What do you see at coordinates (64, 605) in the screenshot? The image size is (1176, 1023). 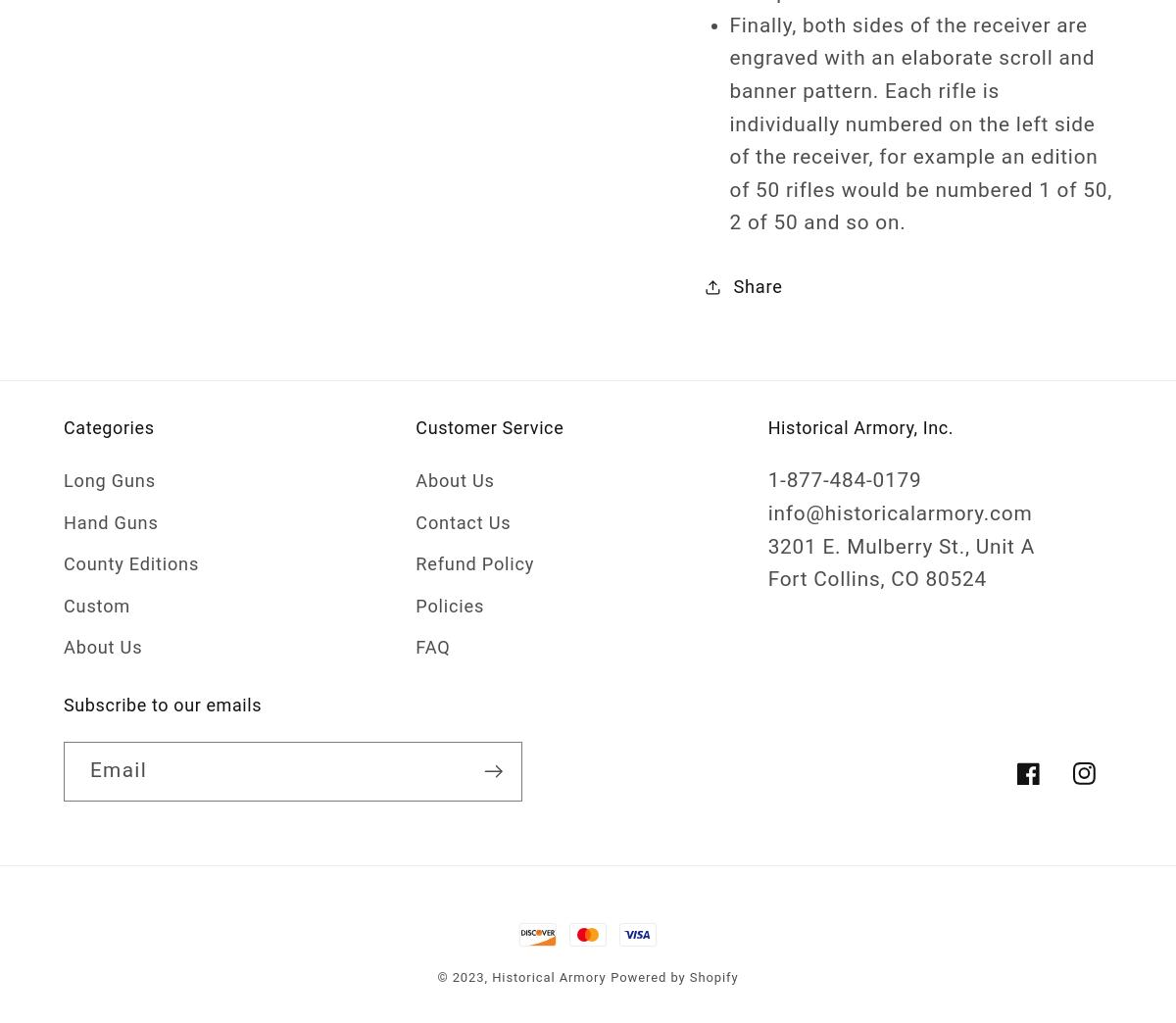 I see `'Custom'` at bounding box center [64, 605].